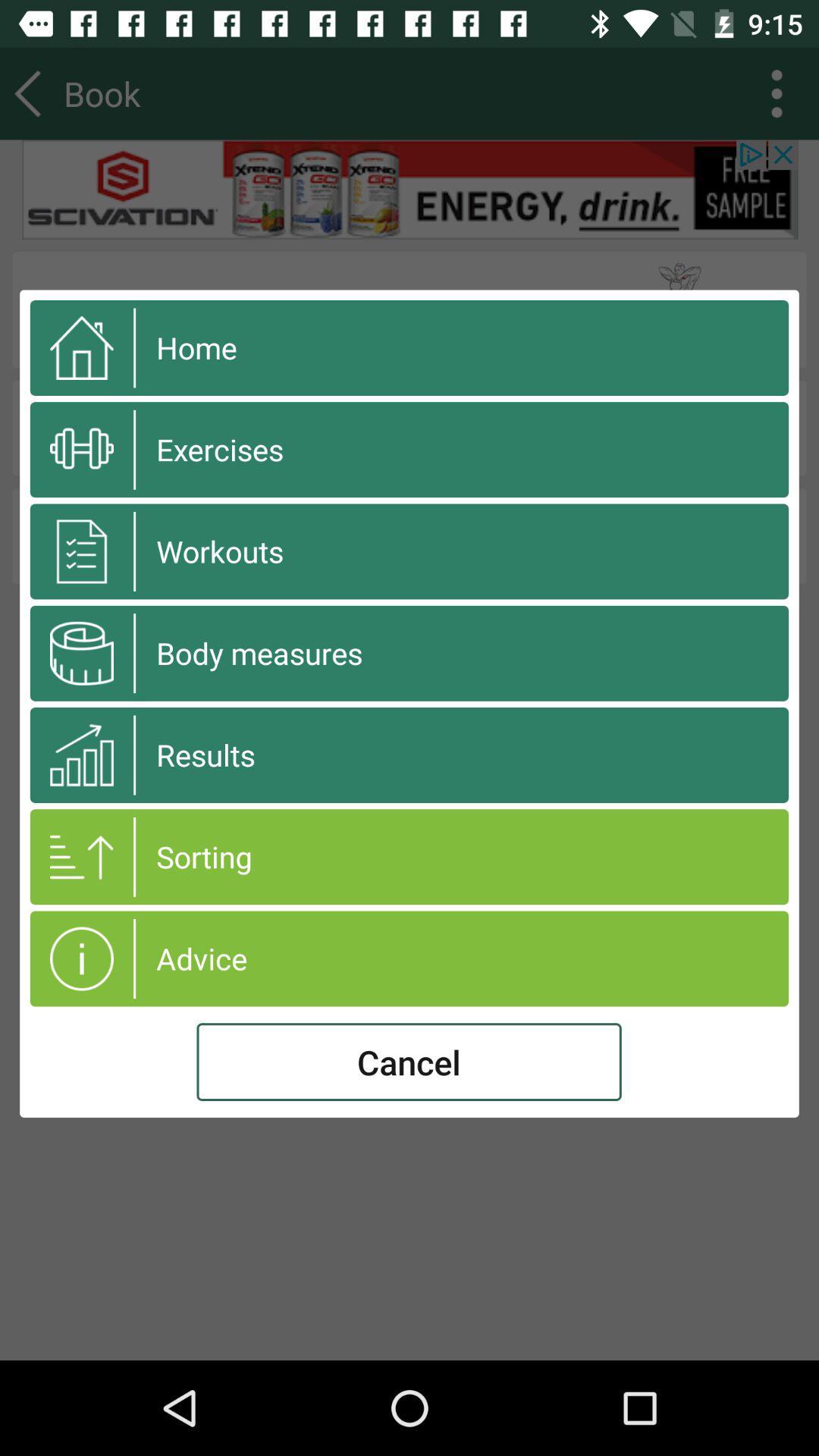 This screenshot has width=819, height=1456. Describe the element at coordinates (408, 1061) in the screenshot. I see `the button at the bottom` at that location.